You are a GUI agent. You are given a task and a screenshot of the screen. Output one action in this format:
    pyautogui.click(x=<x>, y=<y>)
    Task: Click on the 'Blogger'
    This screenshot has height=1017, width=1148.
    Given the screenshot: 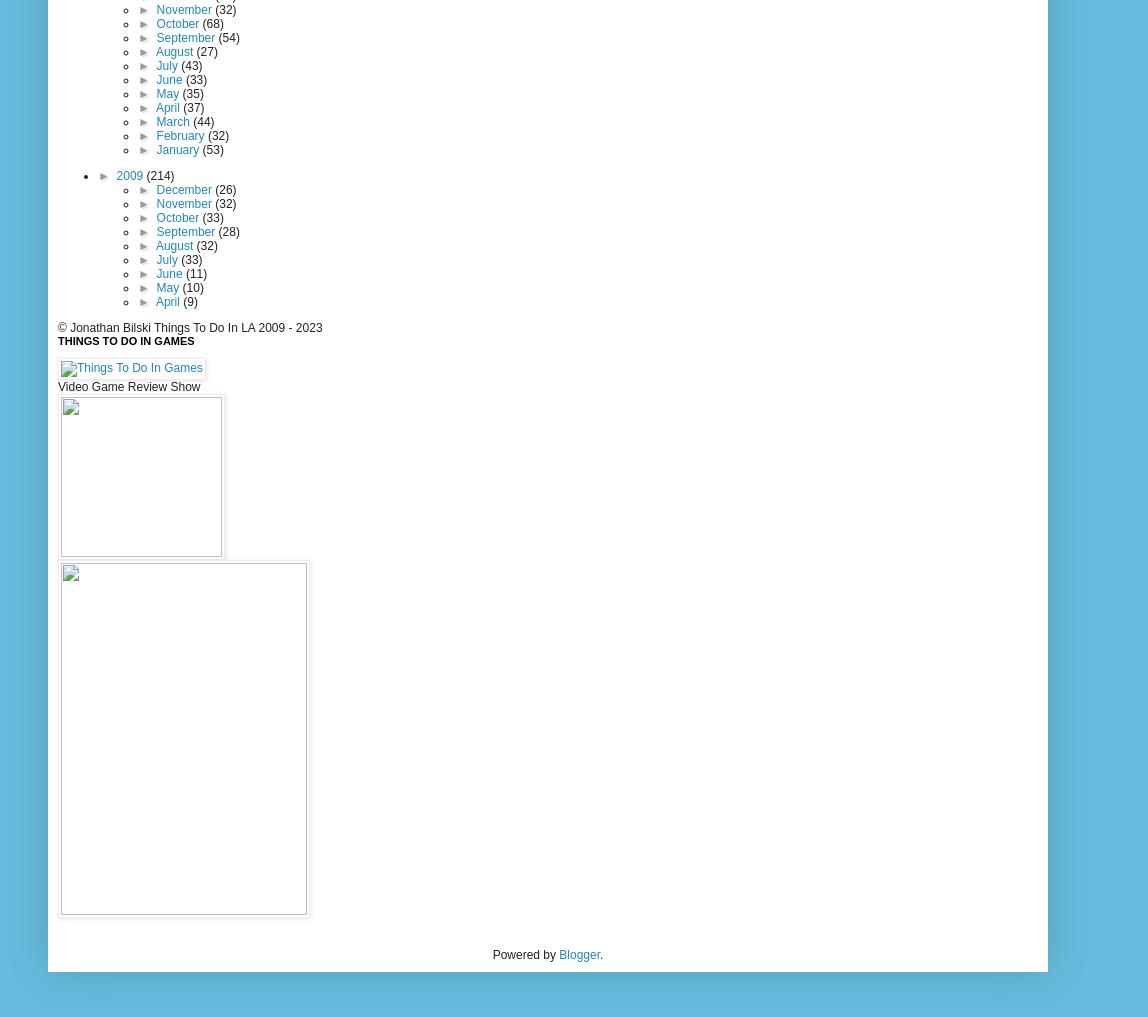 What is the action you would take?
    pyautogui.click(x=579, y=953)
    